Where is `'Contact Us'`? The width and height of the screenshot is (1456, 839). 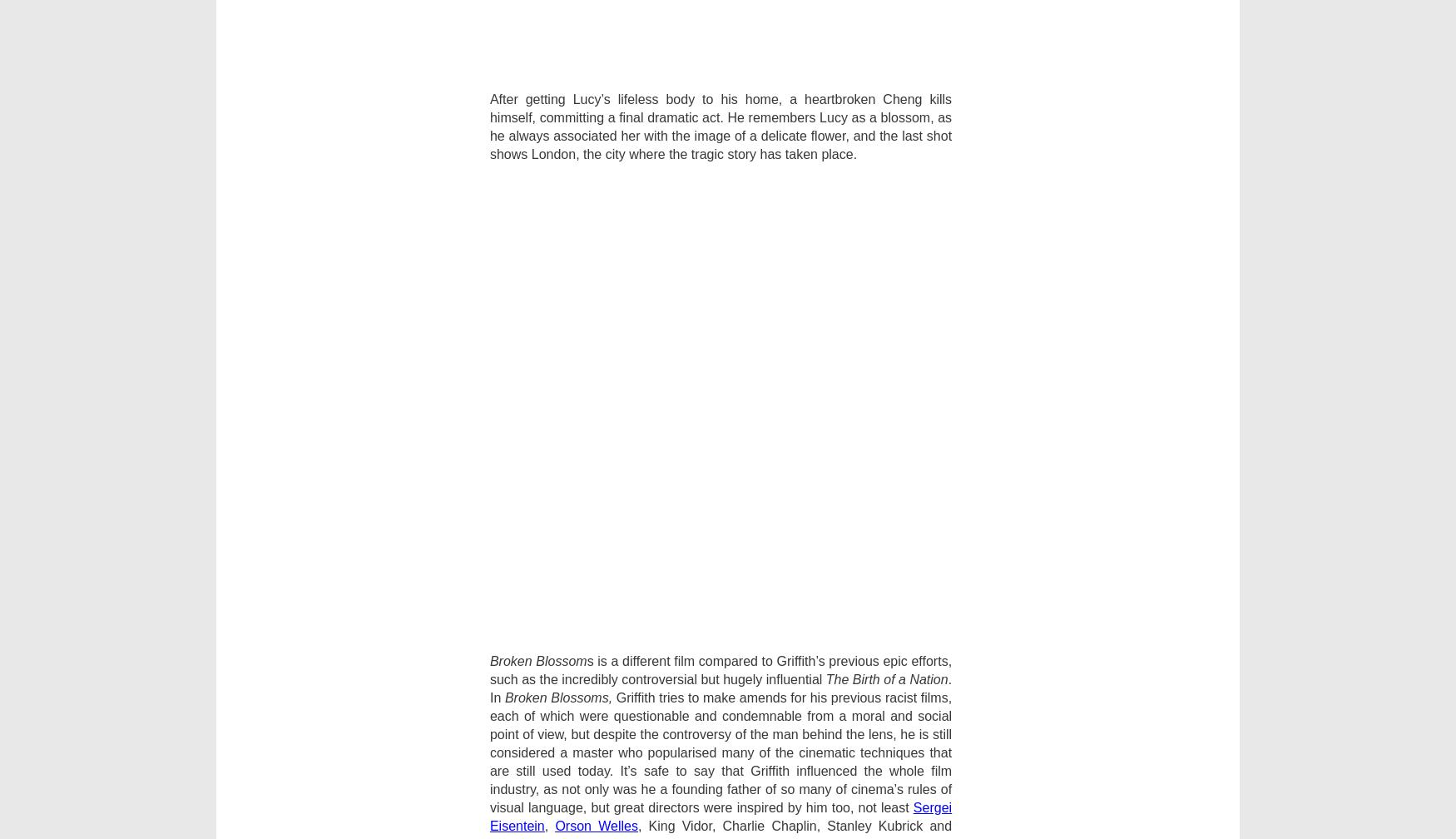 'Contact Us' is located at coordinates (542, 553).